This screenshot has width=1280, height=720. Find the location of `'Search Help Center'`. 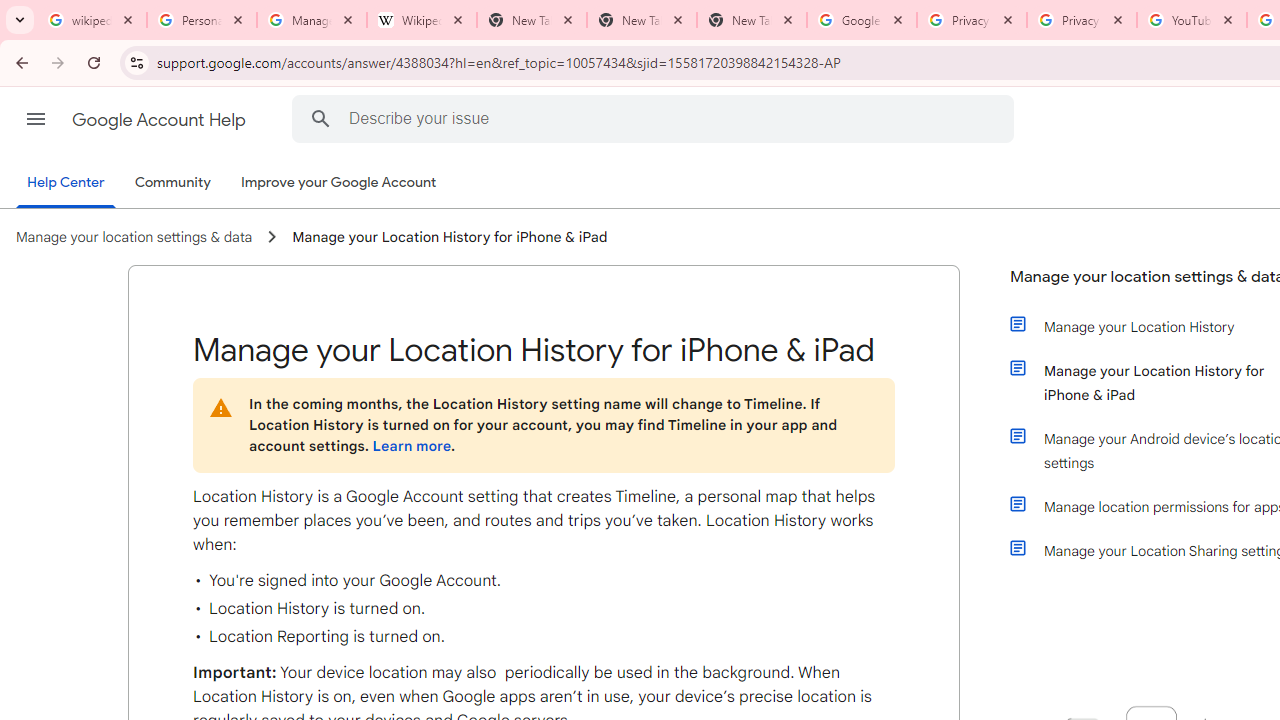

'Search Help Center' is located at coordinates (320, 118).